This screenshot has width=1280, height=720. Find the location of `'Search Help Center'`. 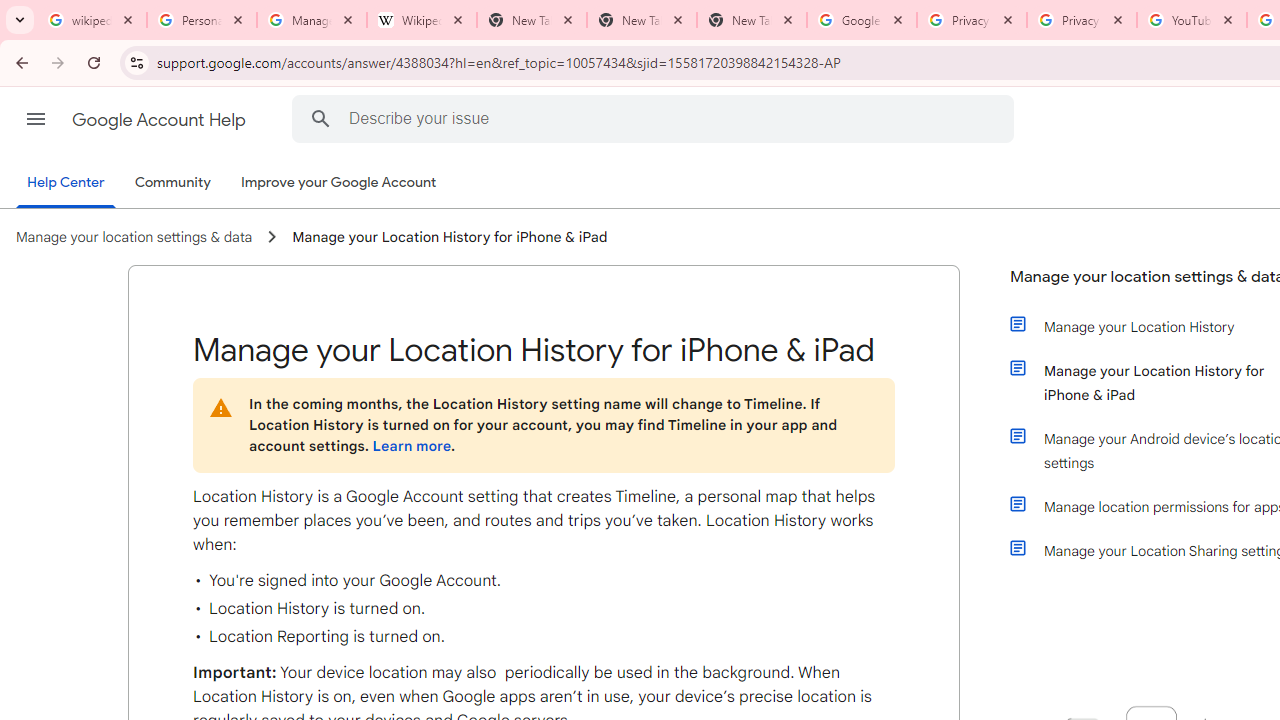

'Search Help Center' is located at coordinates (320, 118).